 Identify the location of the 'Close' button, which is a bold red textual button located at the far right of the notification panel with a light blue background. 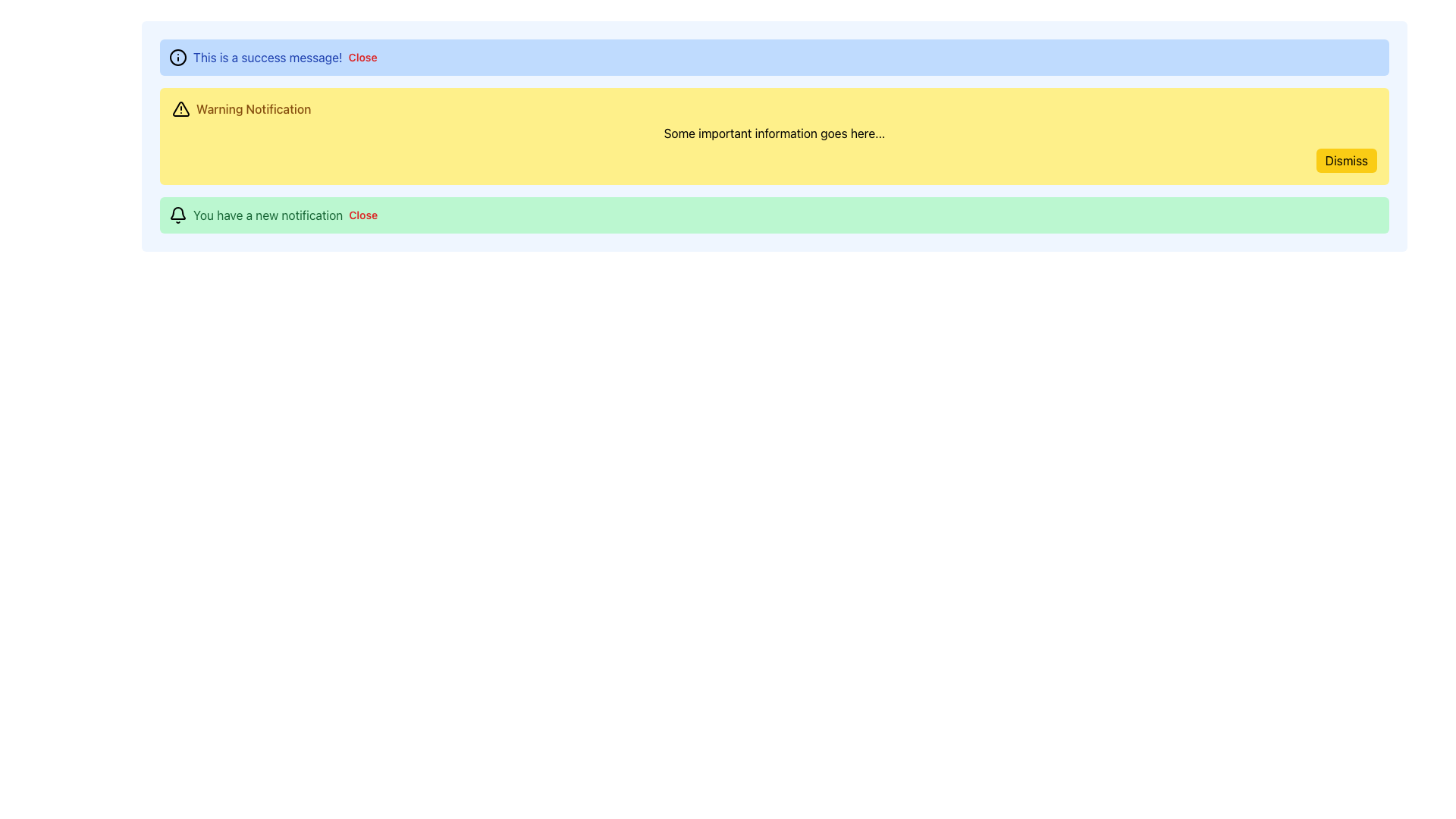
(362, 57).